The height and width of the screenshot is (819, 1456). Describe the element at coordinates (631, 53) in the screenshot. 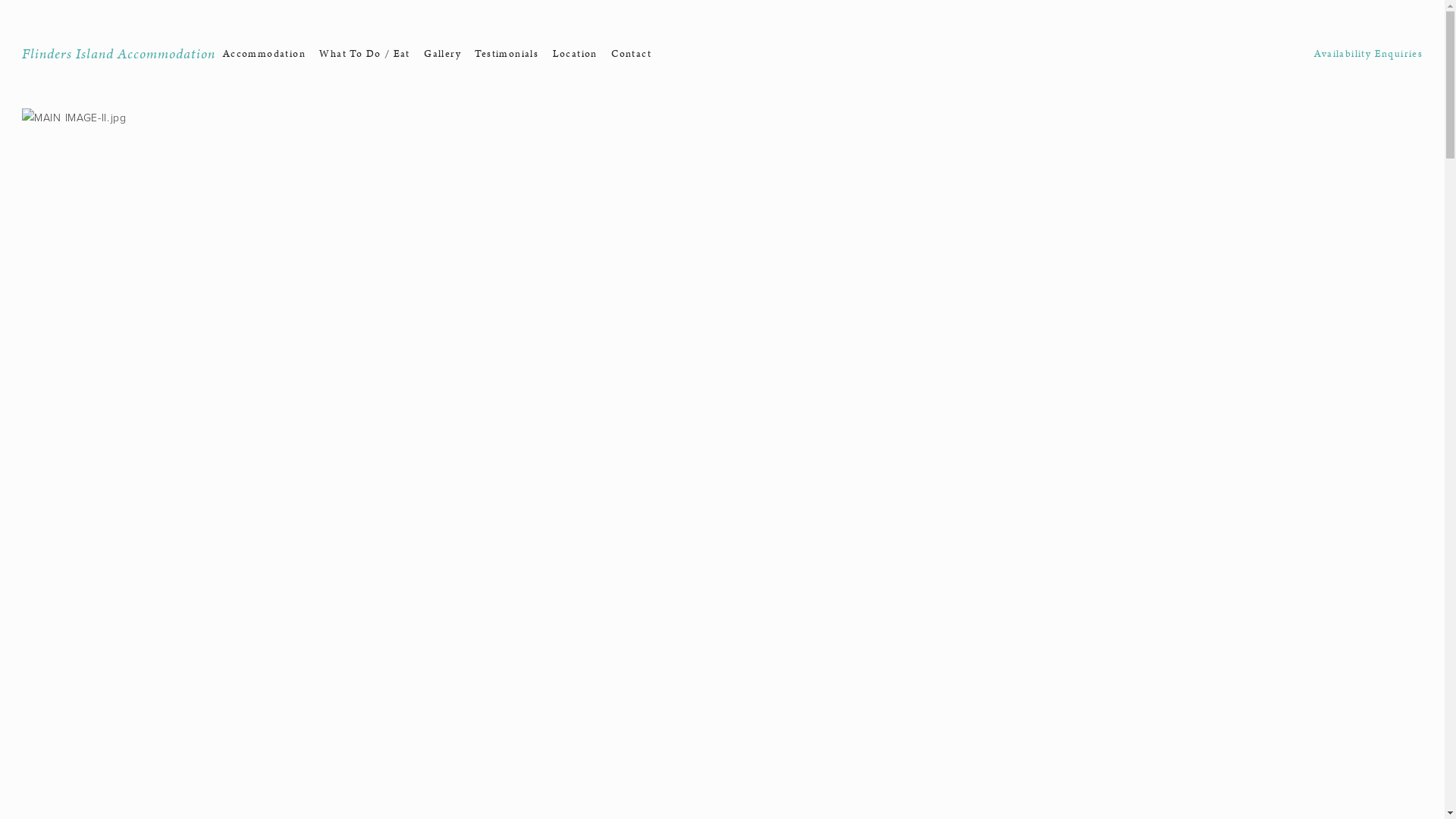

I see `'Contact'` at that location.